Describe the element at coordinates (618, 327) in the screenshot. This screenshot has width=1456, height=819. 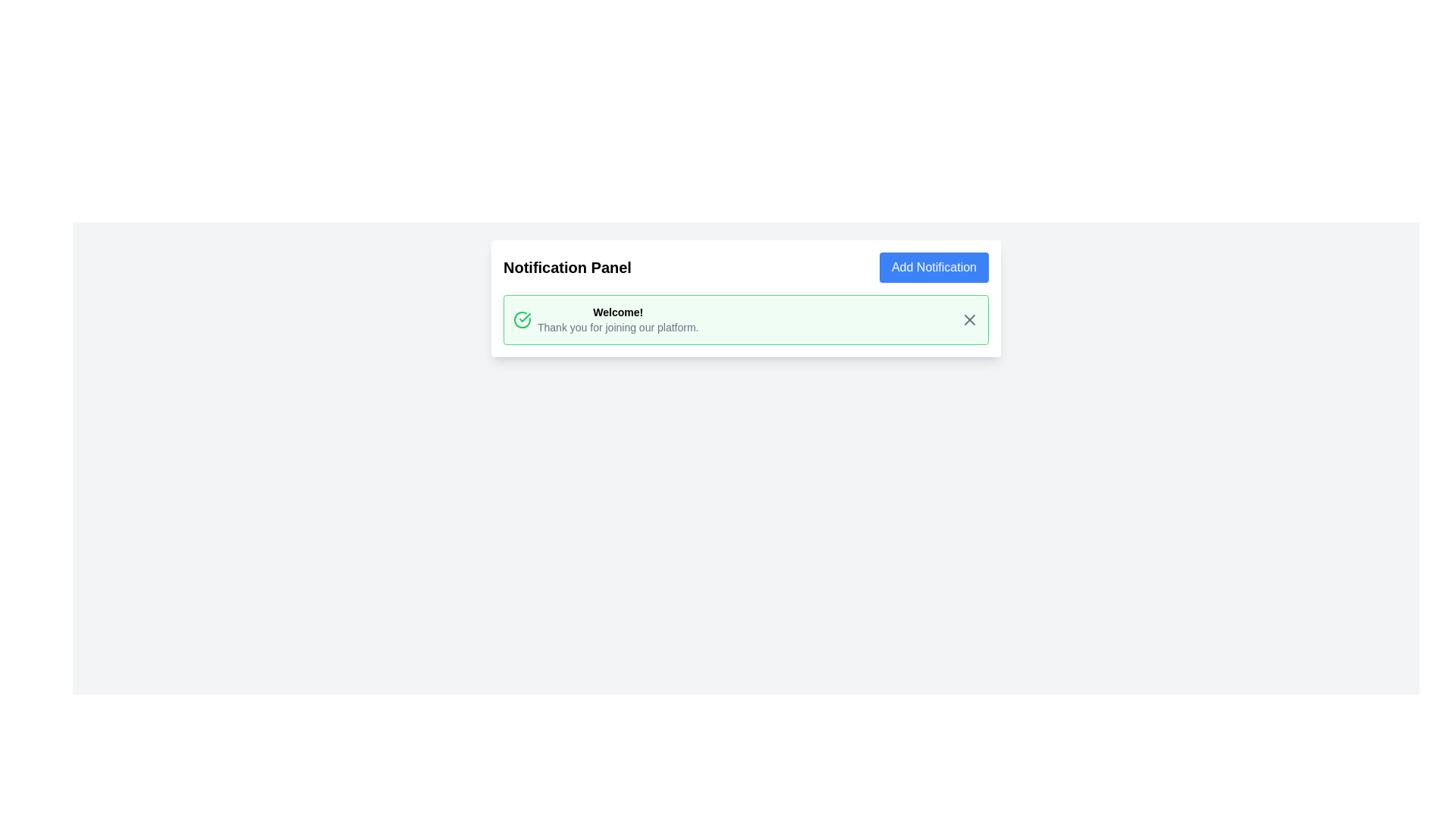
I see `the thank-you message text element located below the 'Welcome!' text in the green-bordered notification card within the 'Notification Panel'` at that location.